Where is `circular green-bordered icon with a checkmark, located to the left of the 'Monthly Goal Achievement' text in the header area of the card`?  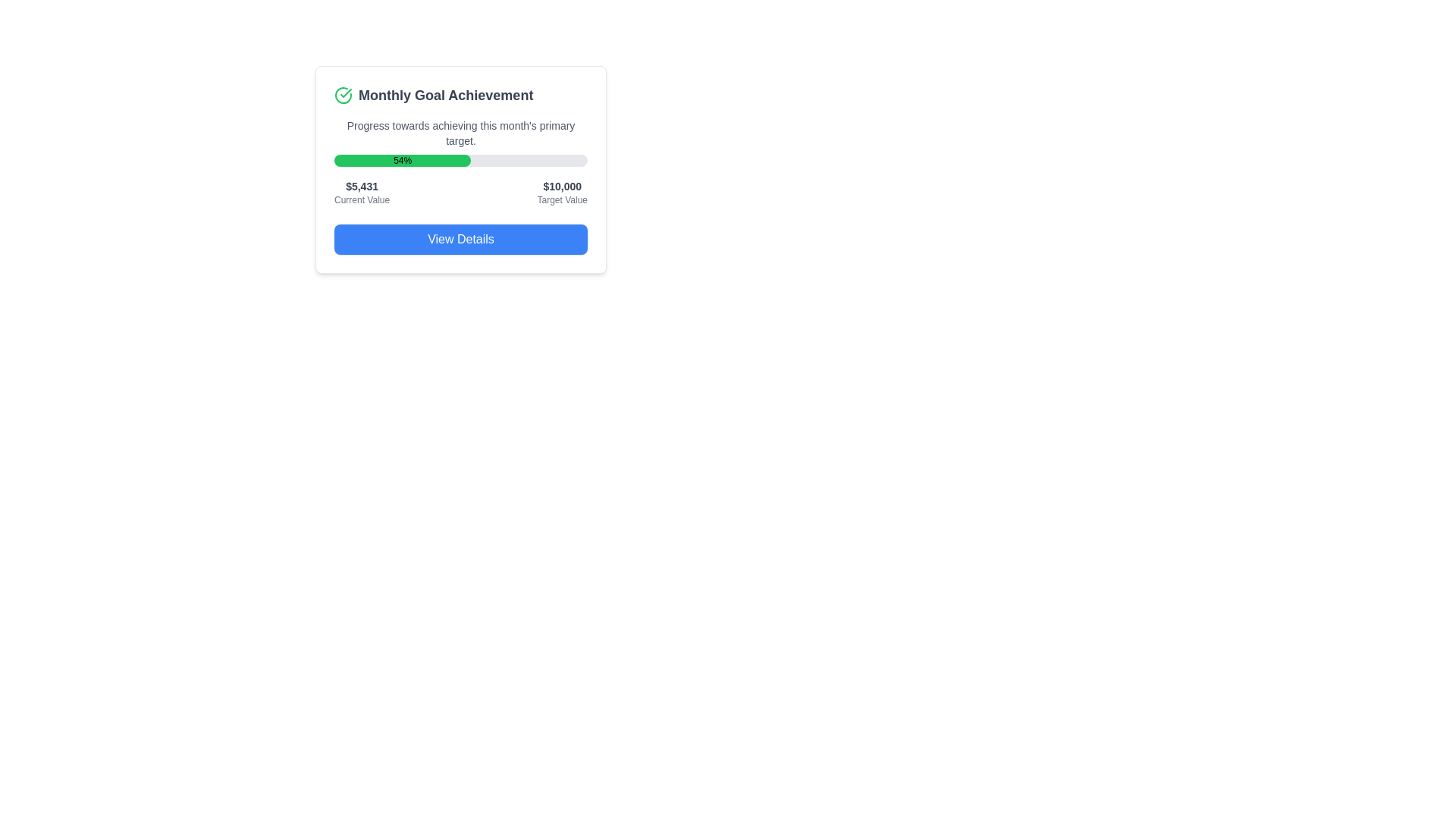
circular green-bordered icon with a checkmark, located to the left of the 'Monthly Goal Achievement' text in the header area of the card is located at coordinates (342, 96).